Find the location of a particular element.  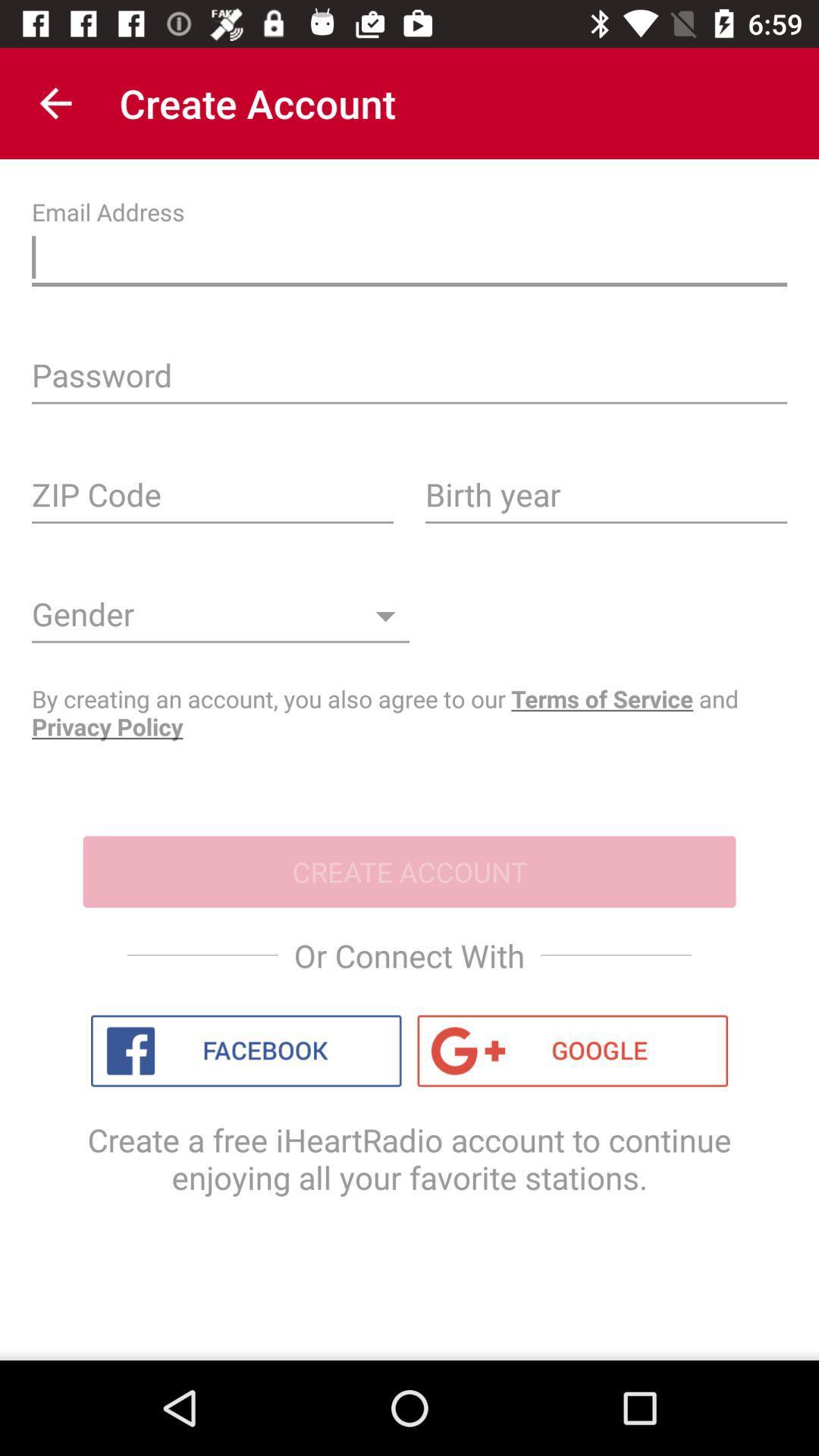

shows google+ option is located at coordinates (573, 1050).